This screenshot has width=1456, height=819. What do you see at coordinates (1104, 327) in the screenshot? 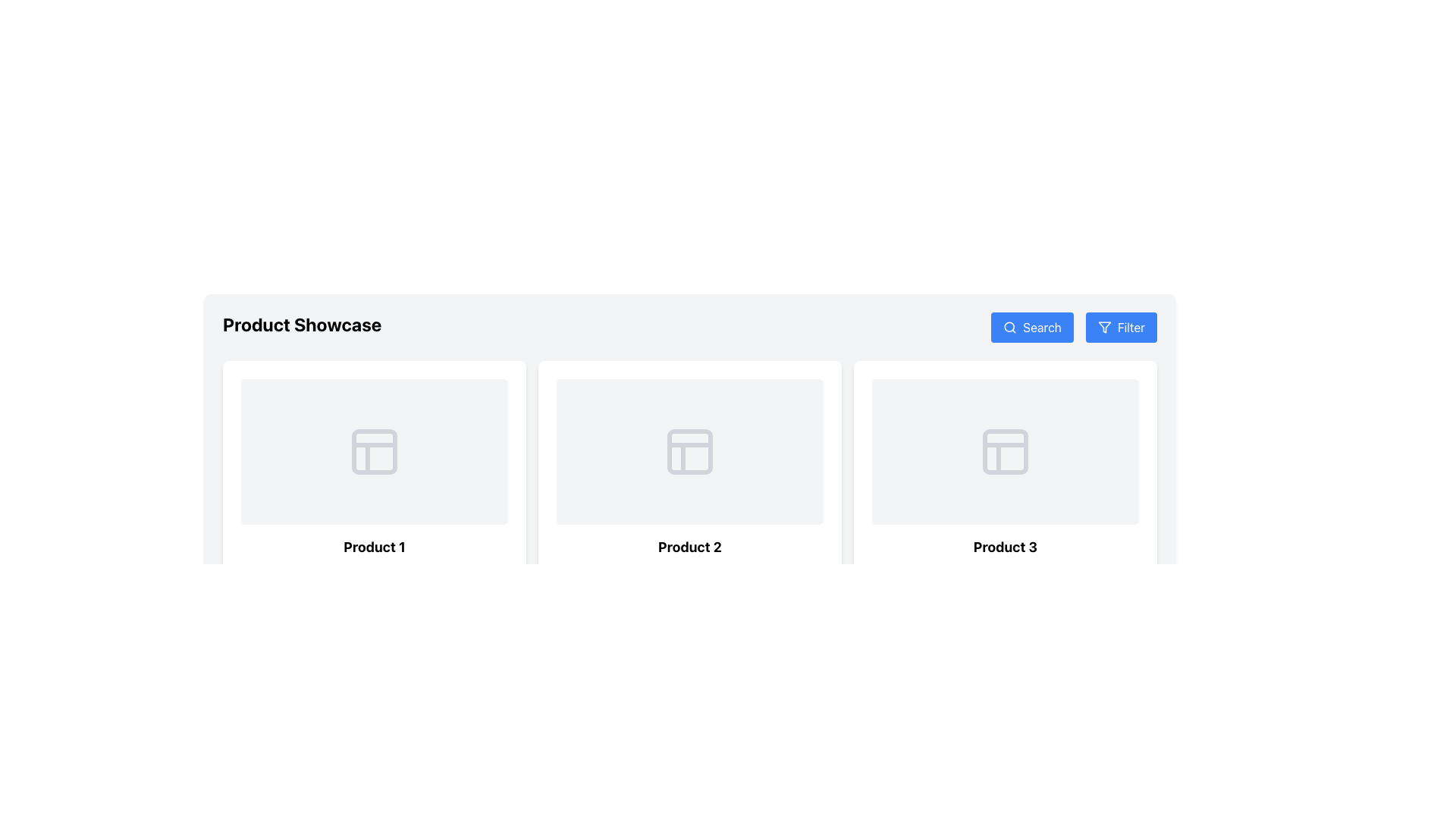
I see `the filtering icon located on the left side of the 'Filter' button in the upper right corner of the interface as a visual indicator` at bounding box center [1104, 327].